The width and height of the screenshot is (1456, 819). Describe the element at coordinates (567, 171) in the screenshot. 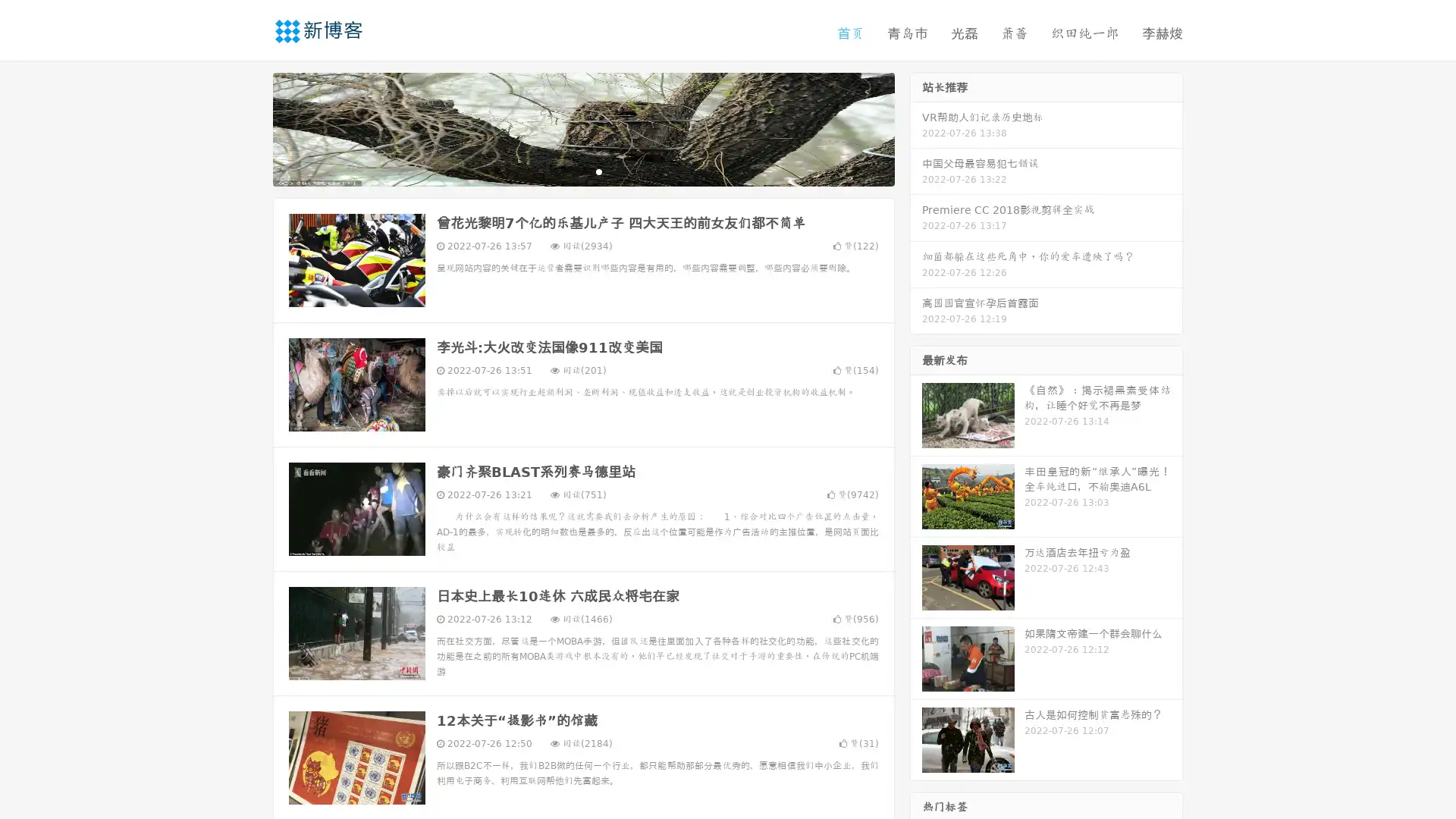

I see `Go to slide 1` at that location.